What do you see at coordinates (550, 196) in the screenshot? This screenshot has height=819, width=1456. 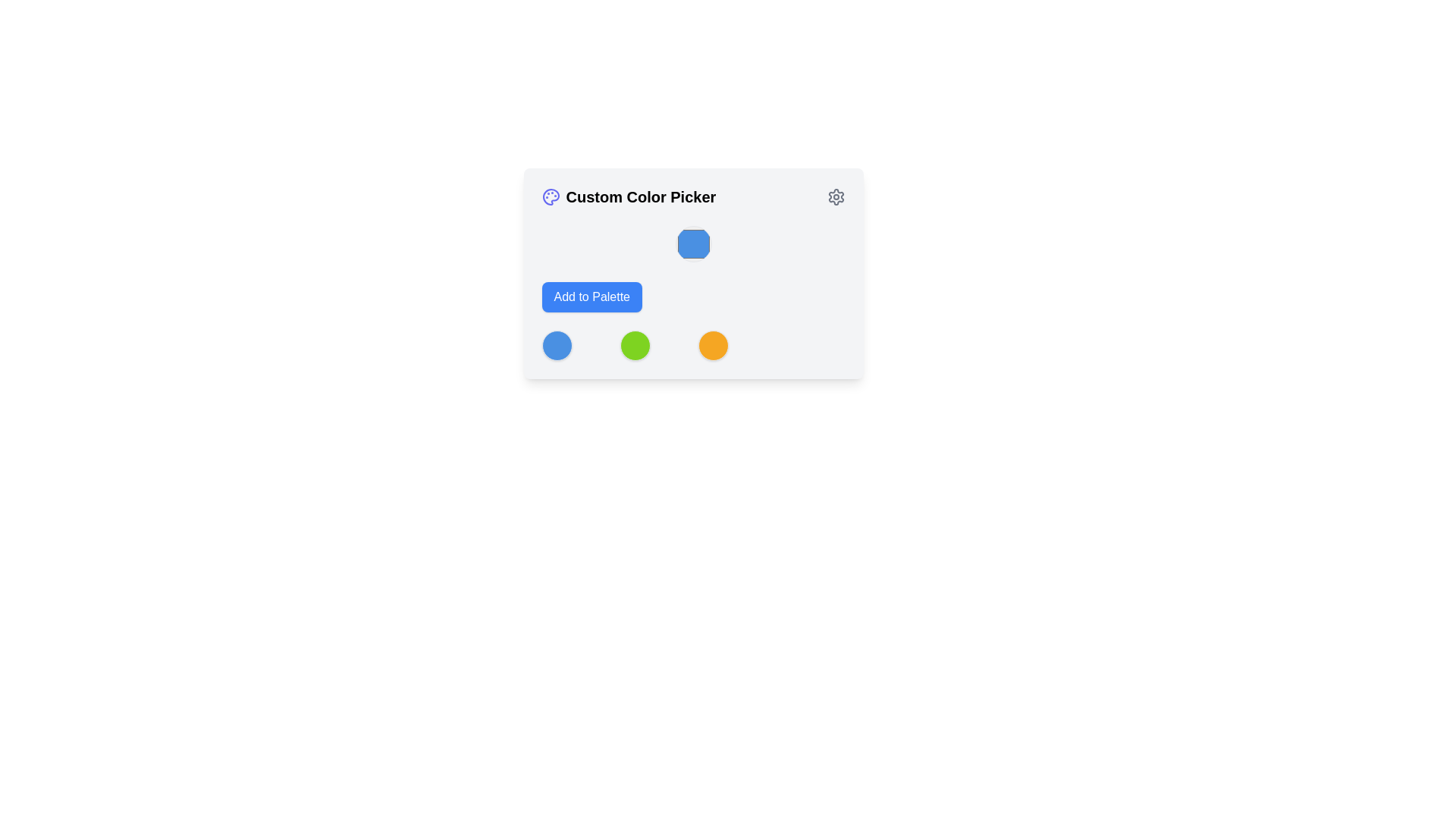 I see `the central circular shape within the palette icon located at the top left corner of the 'Custom Color Picker' widget` at bounding box center [550, 196].